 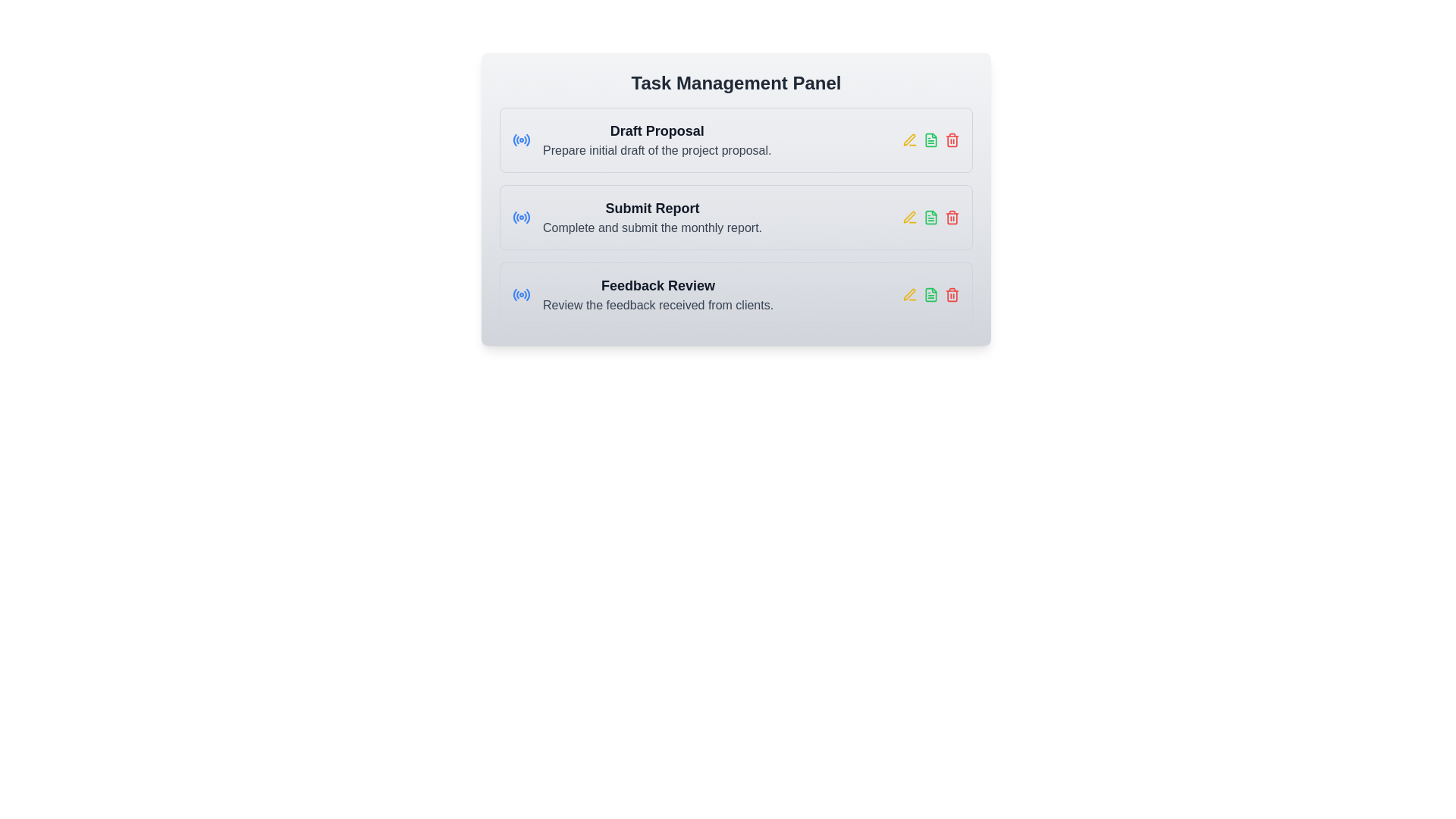 I want to click on the topmost task entry in the 'Task Management Panel' that displays the task's title and description, so click(x=657, y=140).